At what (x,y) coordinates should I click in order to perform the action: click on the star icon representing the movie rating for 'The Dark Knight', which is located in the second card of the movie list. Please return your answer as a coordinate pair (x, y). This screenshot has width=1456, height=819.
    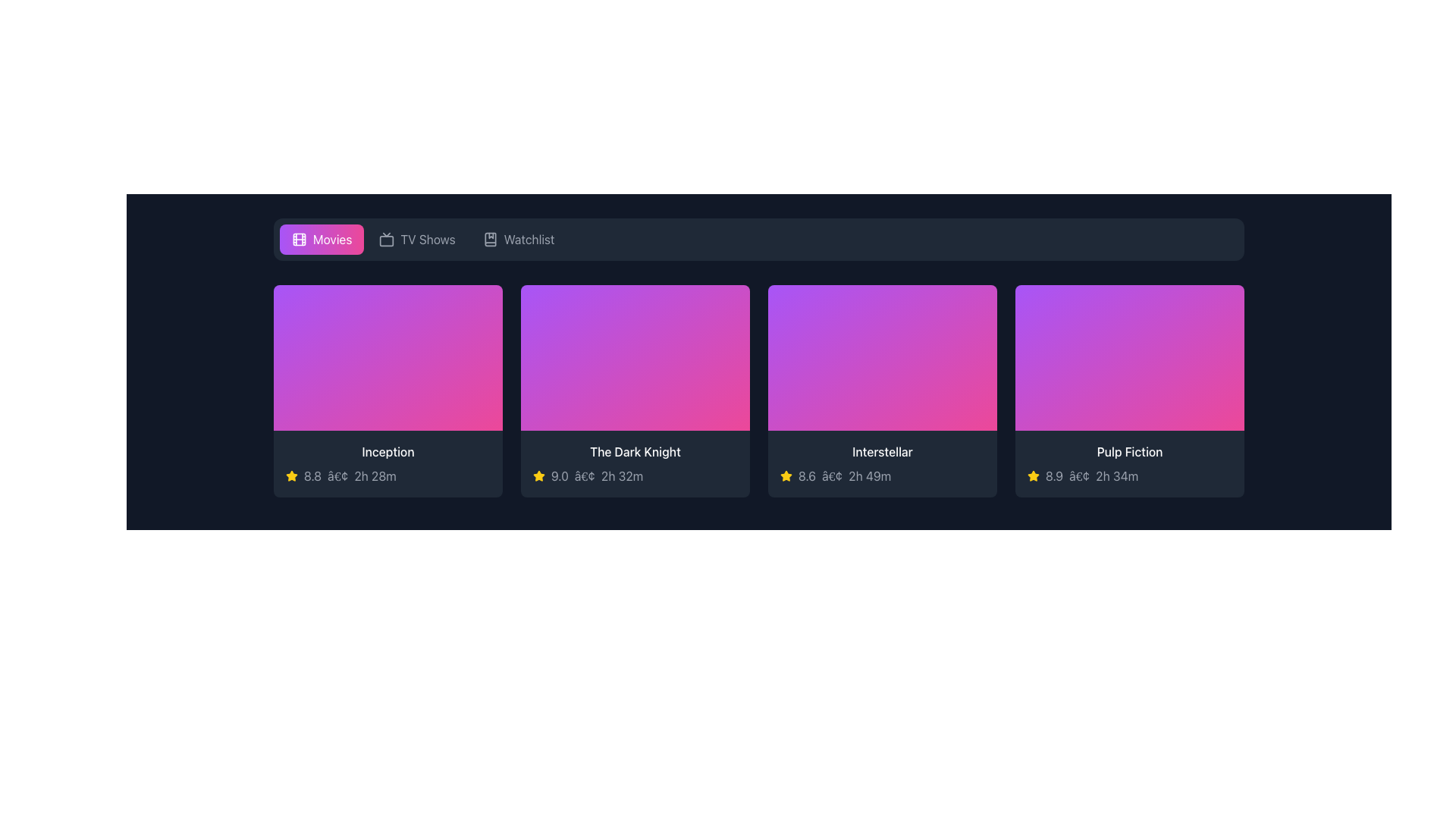
    Looking at the image, I should click on (538, 475).